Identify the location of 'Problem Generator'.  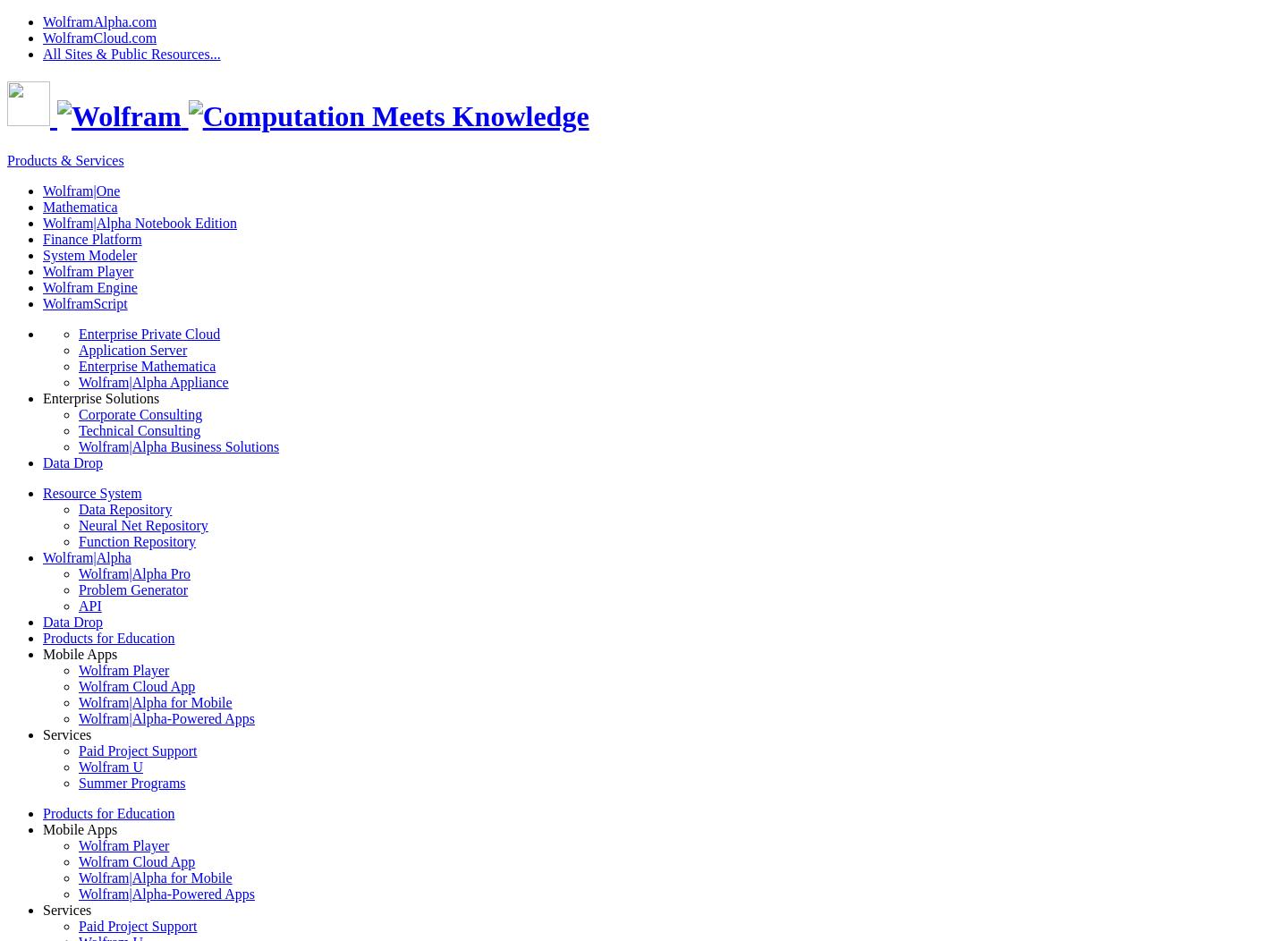
(132, 589).